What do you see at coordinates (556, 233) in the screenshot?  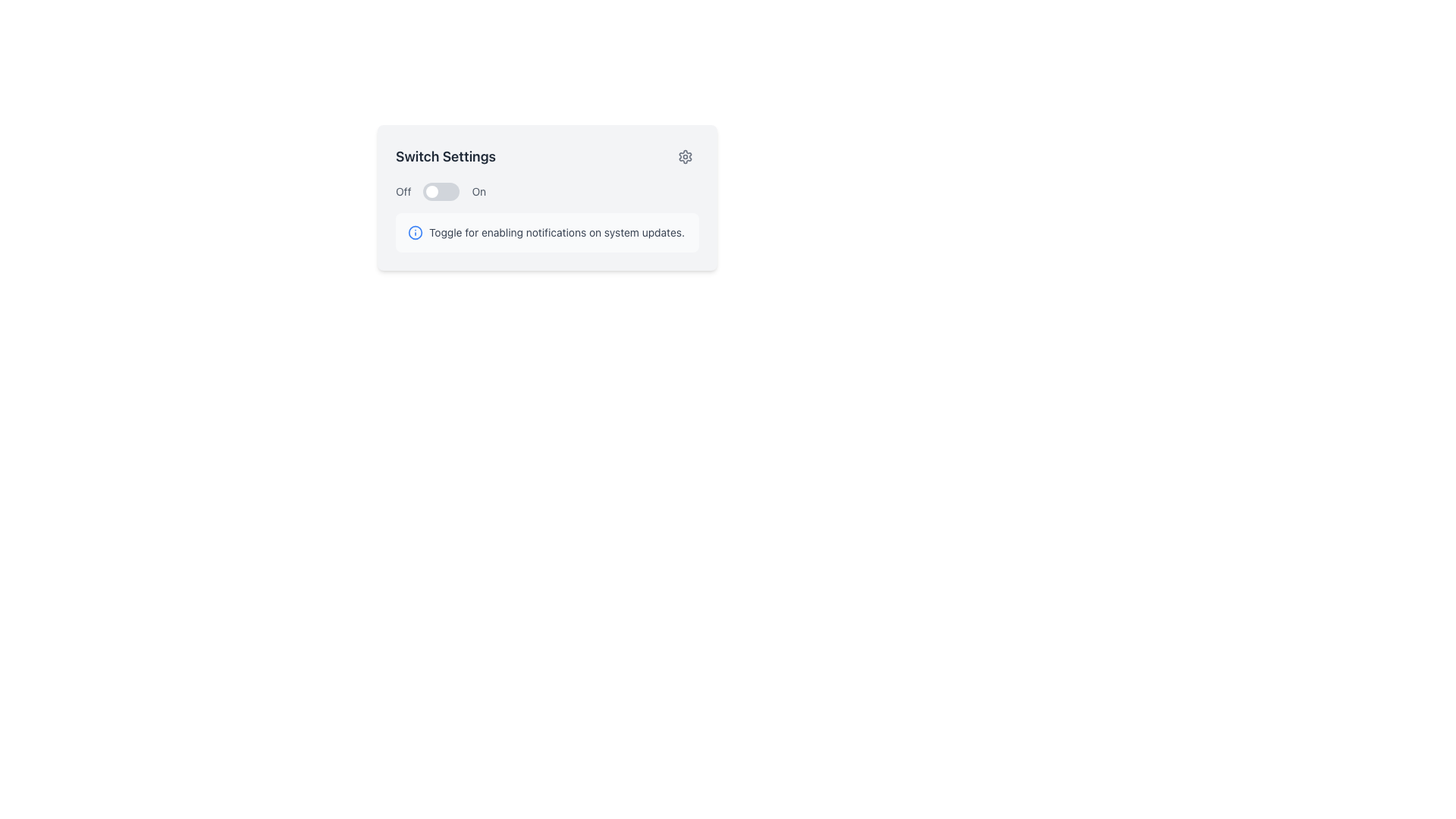 I see `the text label that reads 'Toggle for enabling notifications on system updates.' located in the lower half of the 'Switch Settings' section, which is adjacent to a blue question mark icon` at bounding box center [556, 233].